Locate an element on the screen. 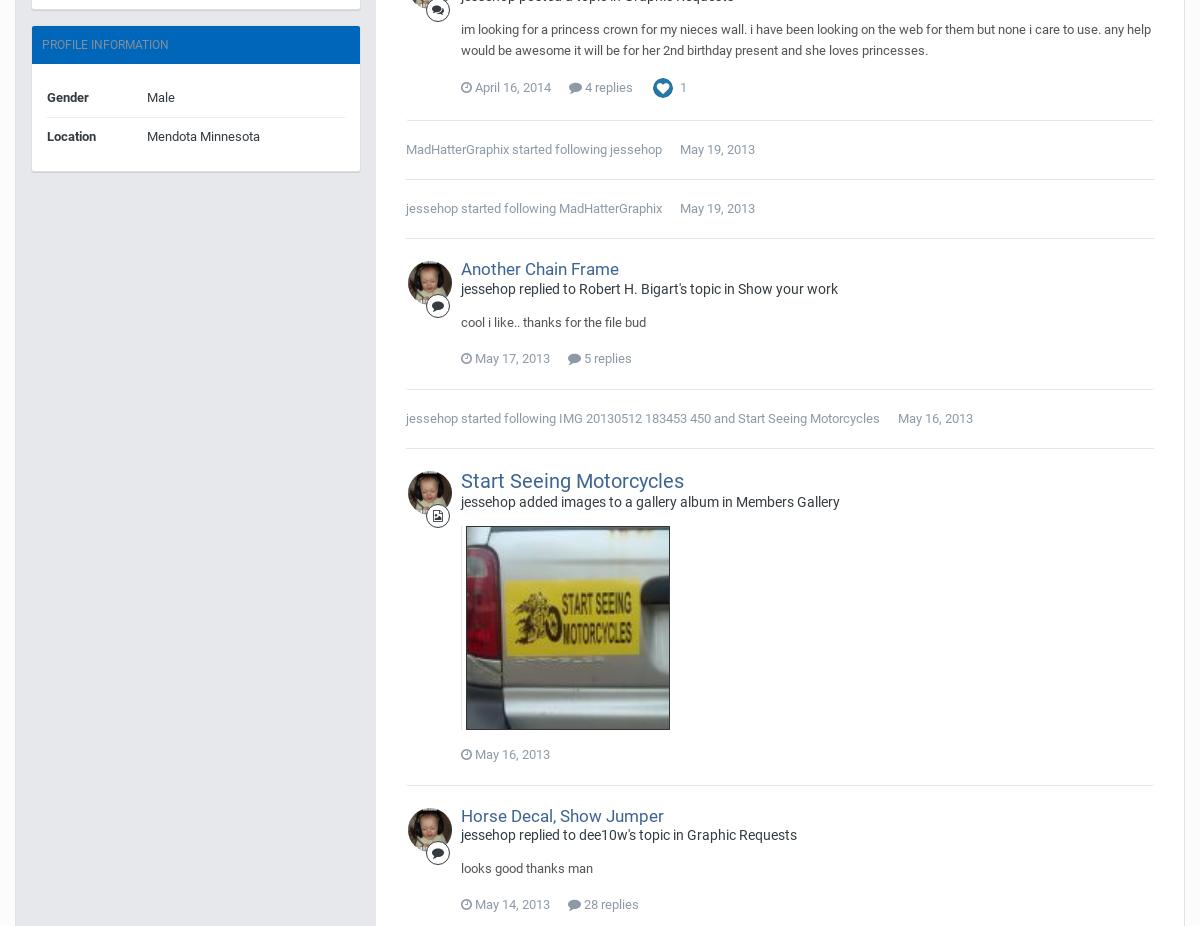 The height and width of the screenshot is (926, 1200). '5 replies' is located at coordinates (606, 357).